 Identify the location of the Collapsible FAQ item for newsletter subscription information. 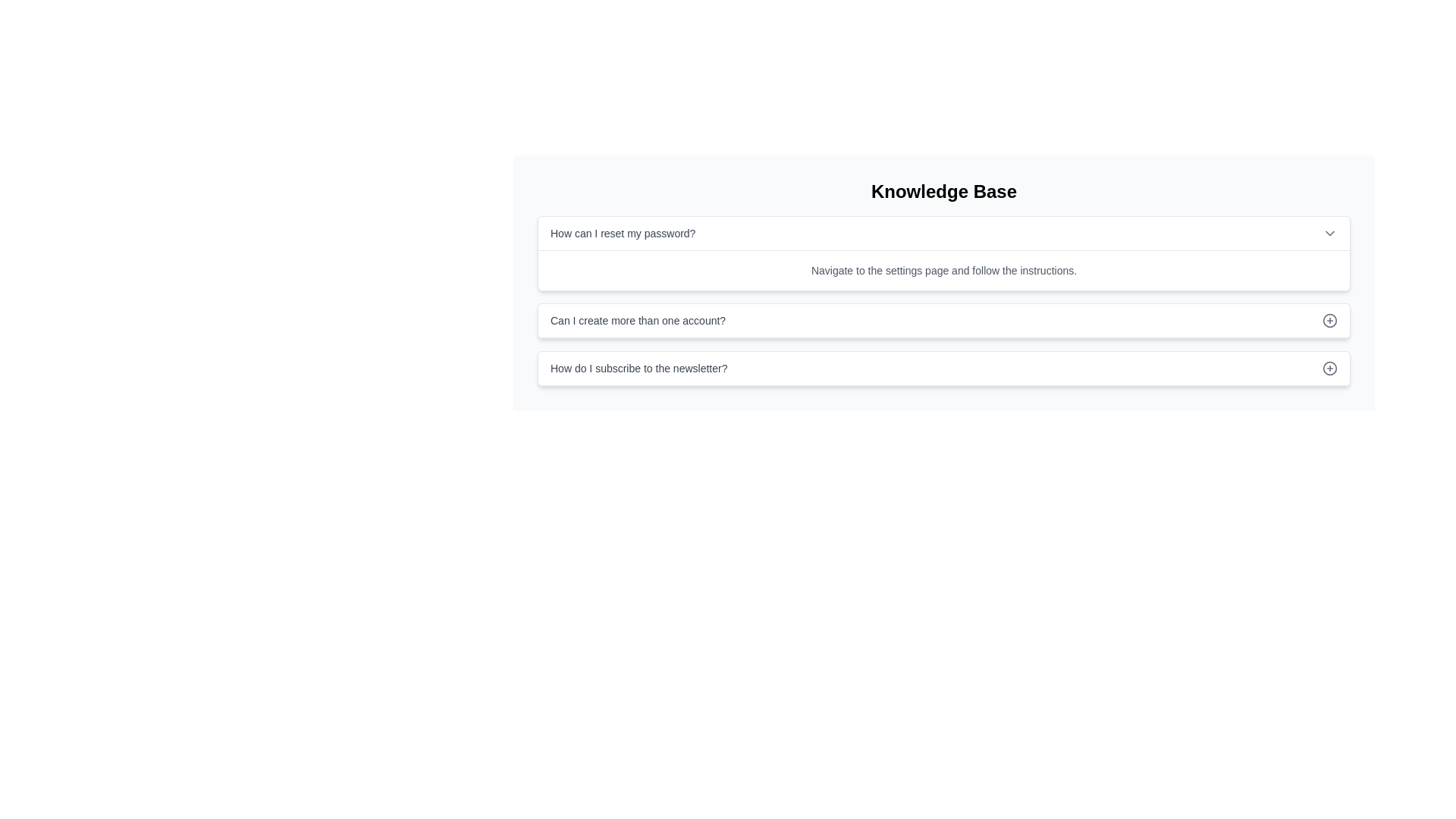
(943, 369).